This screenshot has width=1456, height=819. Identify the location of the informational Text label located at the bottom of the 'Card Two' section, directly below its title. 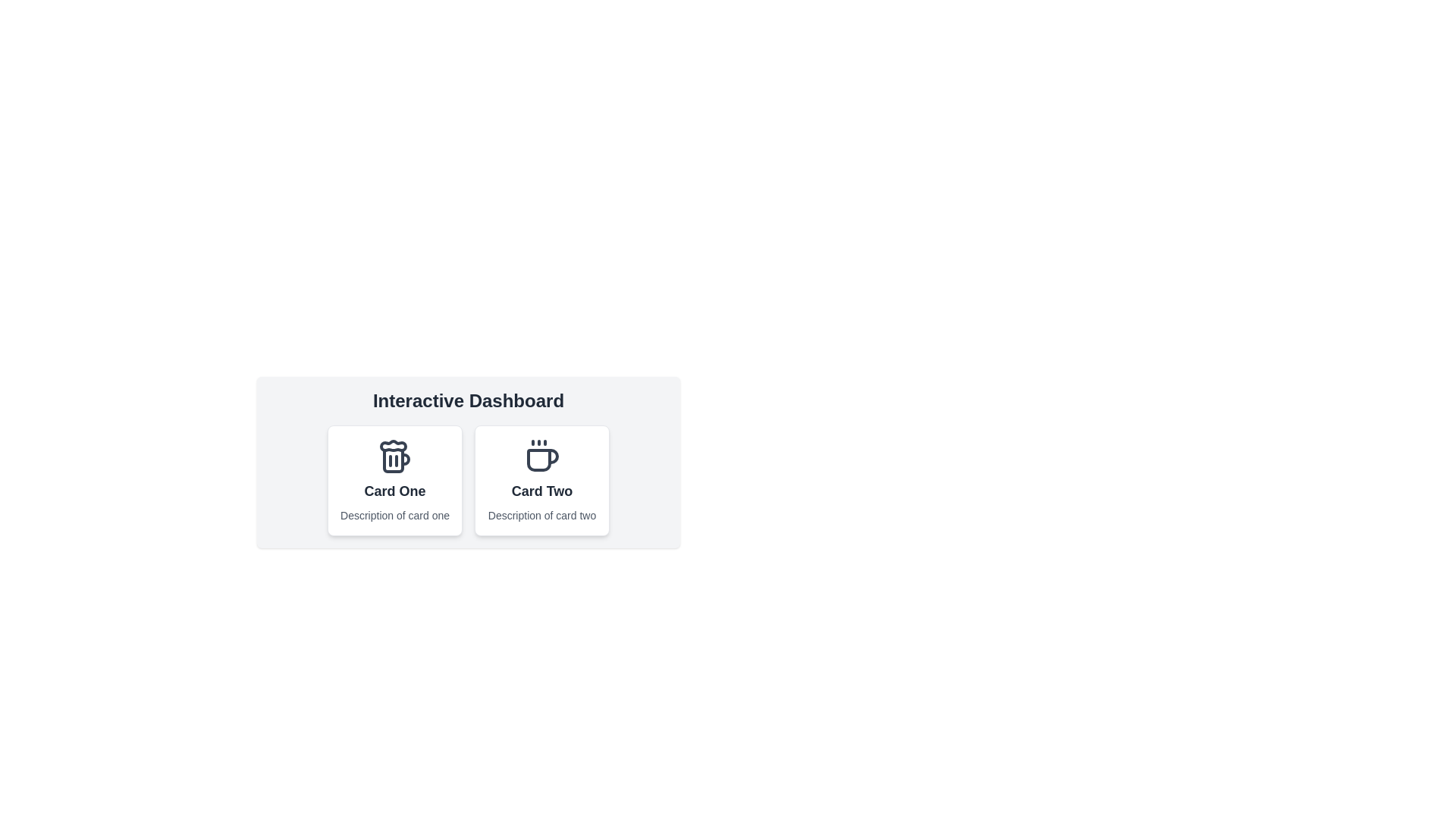
(542, 514).